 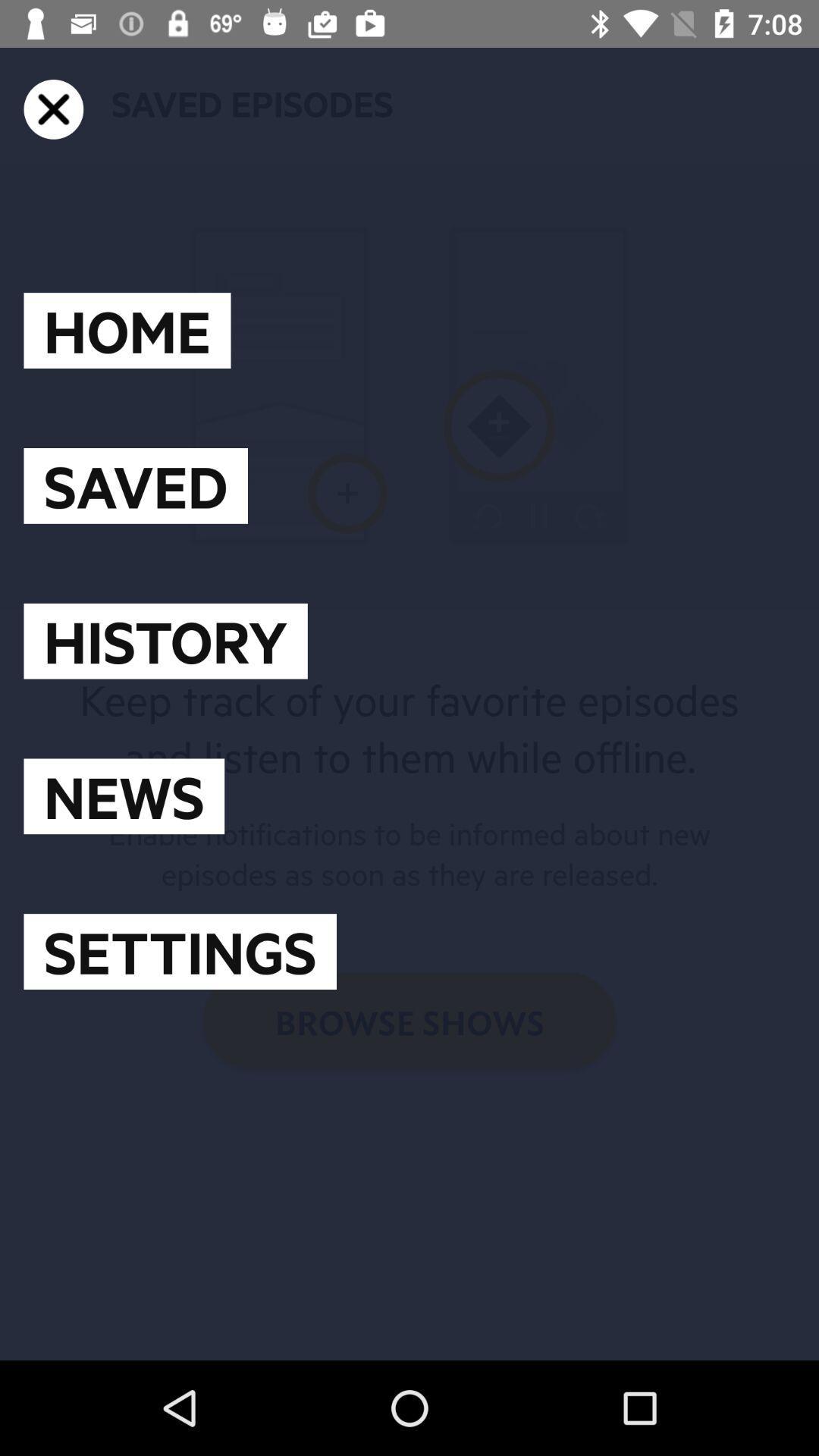 I want to click on home, so click(x=127, y=330).